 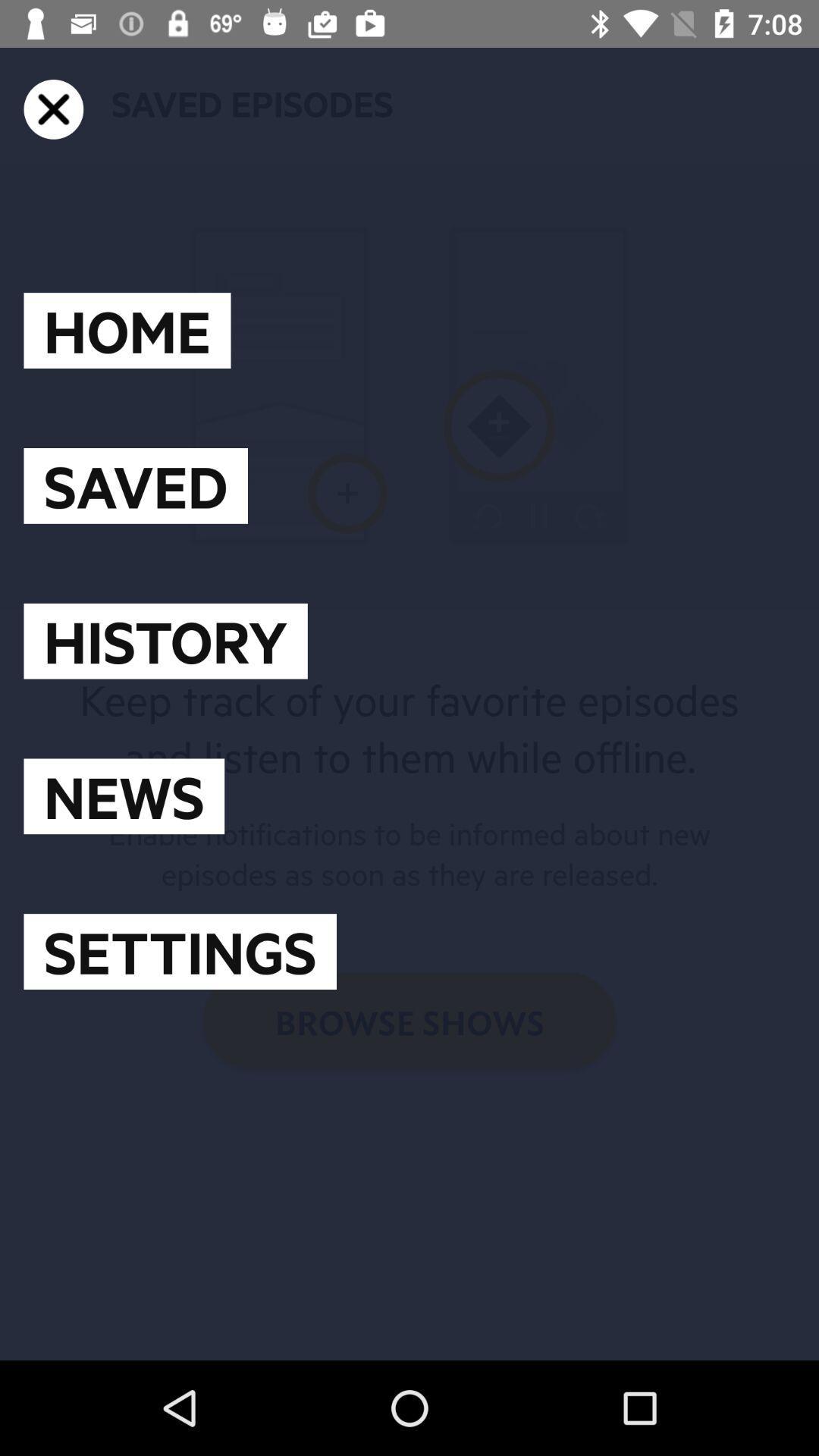 I want to click on home, so click(x=127, y=330).